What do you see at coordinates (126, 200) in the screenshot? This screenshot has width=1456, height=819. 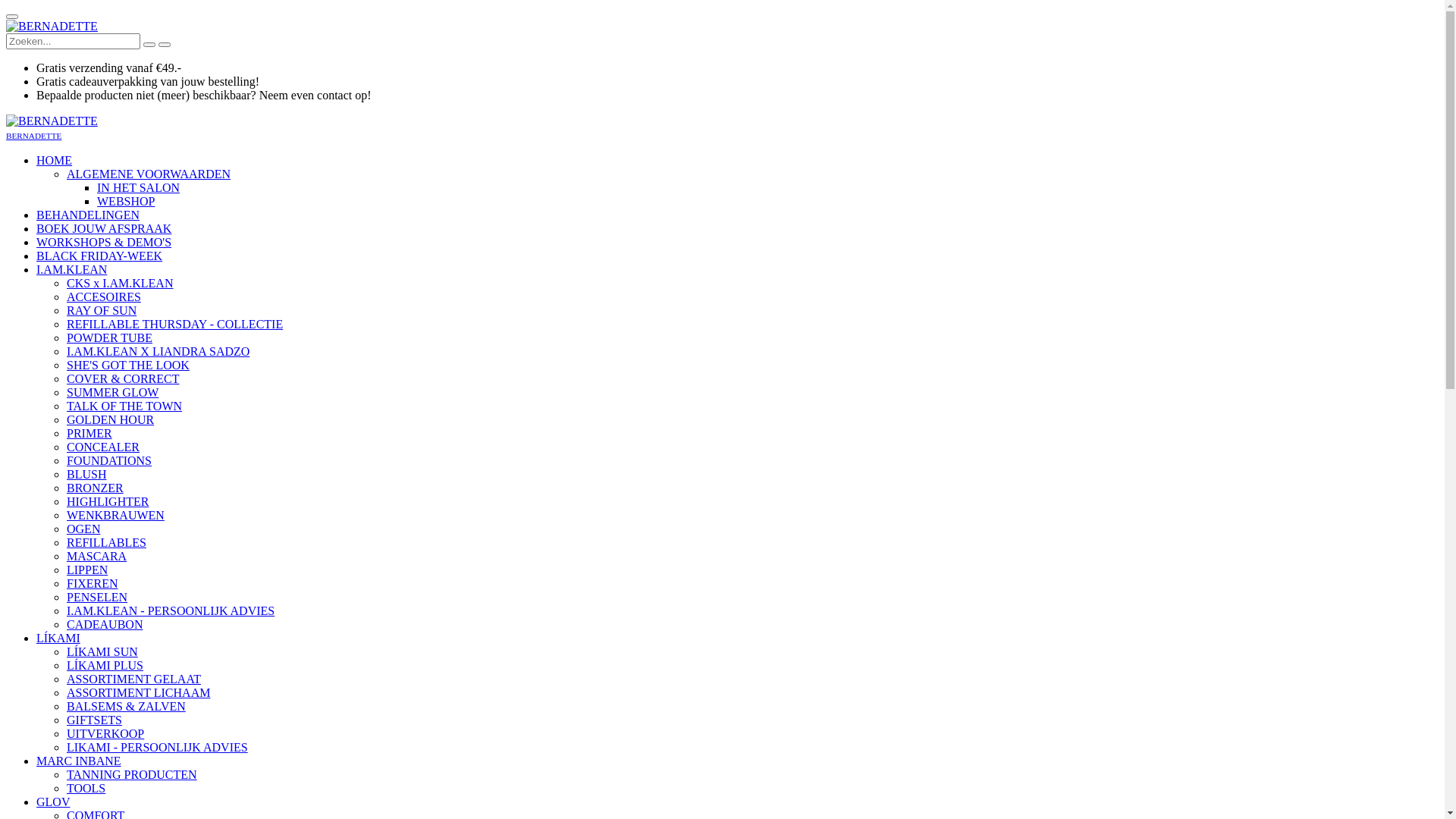 I see `'WEBSHOP'` at bounding box center [126, 200].